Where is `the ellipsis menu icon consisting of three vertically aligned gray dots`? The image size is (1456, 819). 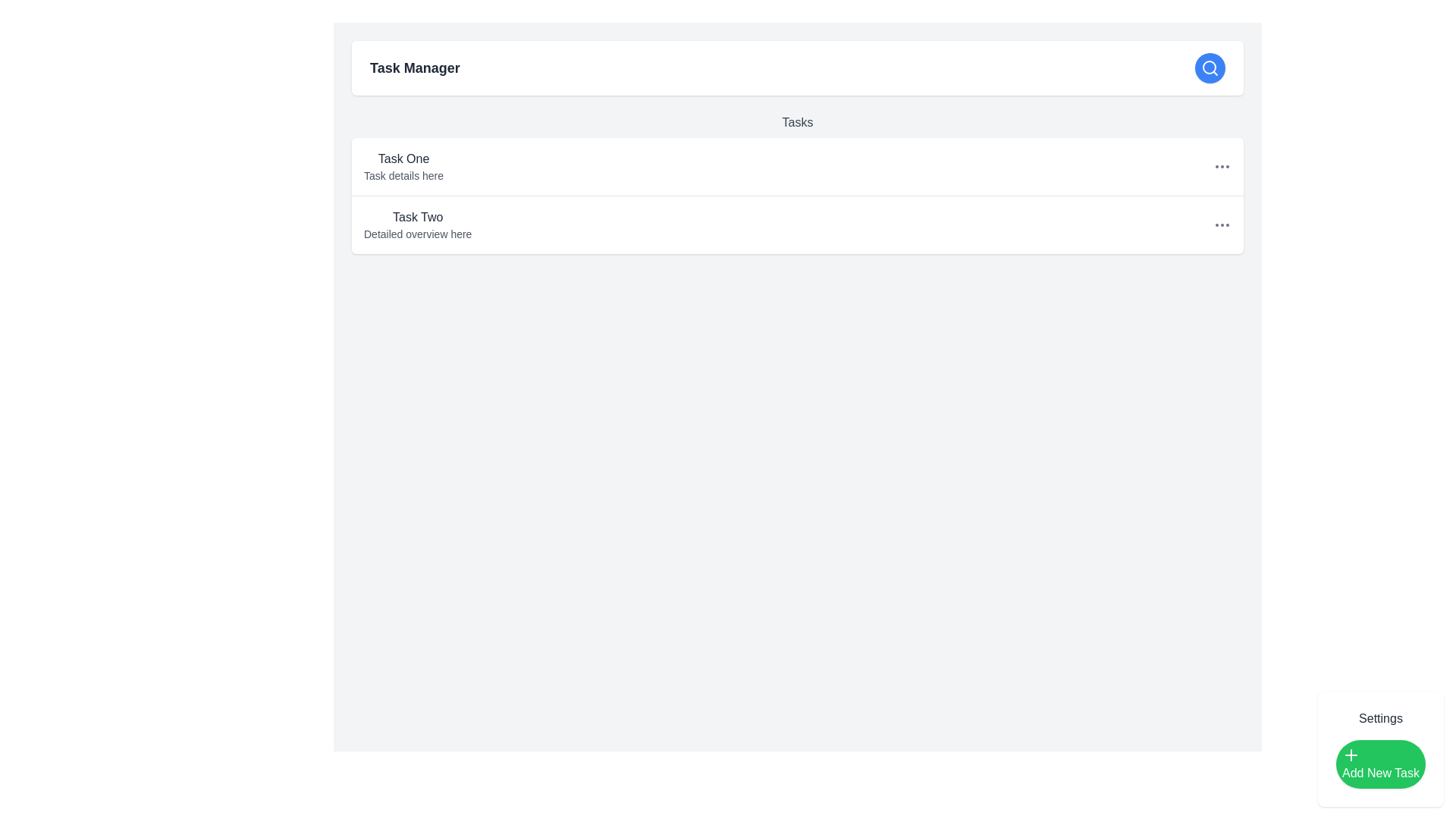 the ellipsis menu icon consisting of three vertically aligned gray dots is located at coordinates (1222, 225).